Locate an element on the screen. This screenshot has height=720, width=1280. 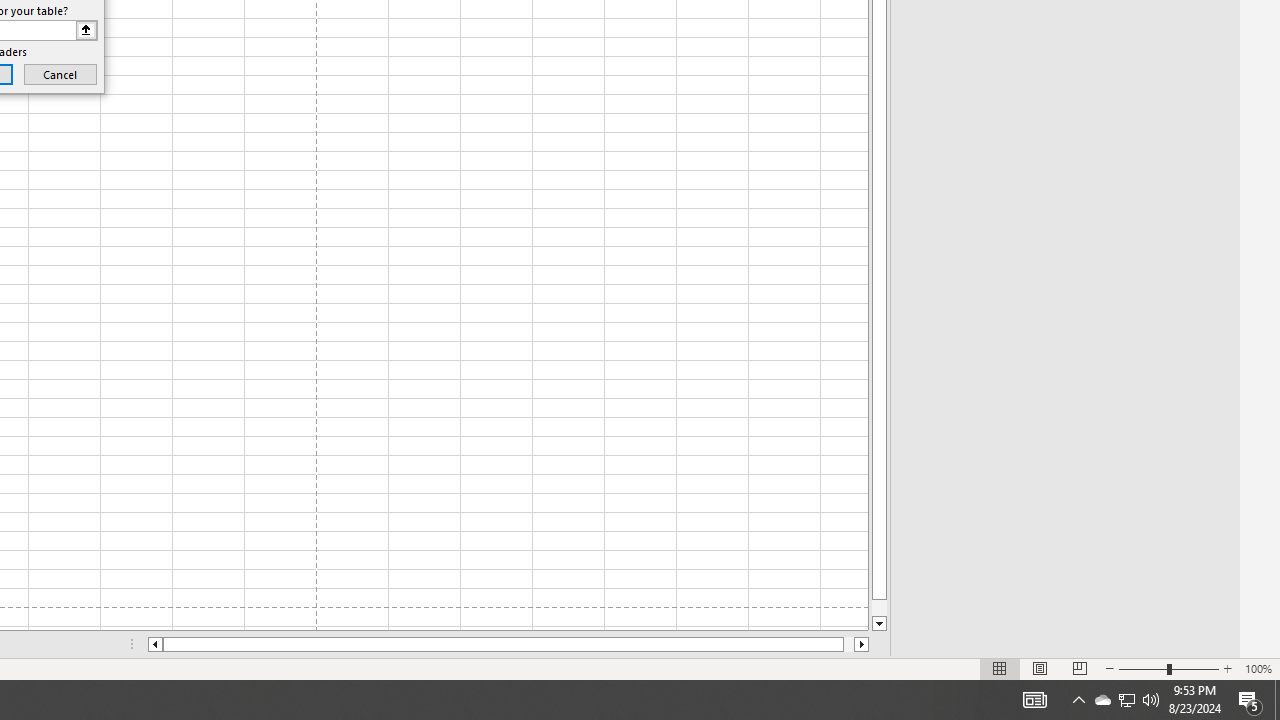
'Zoom In' is located at coordinates (1226, 669).